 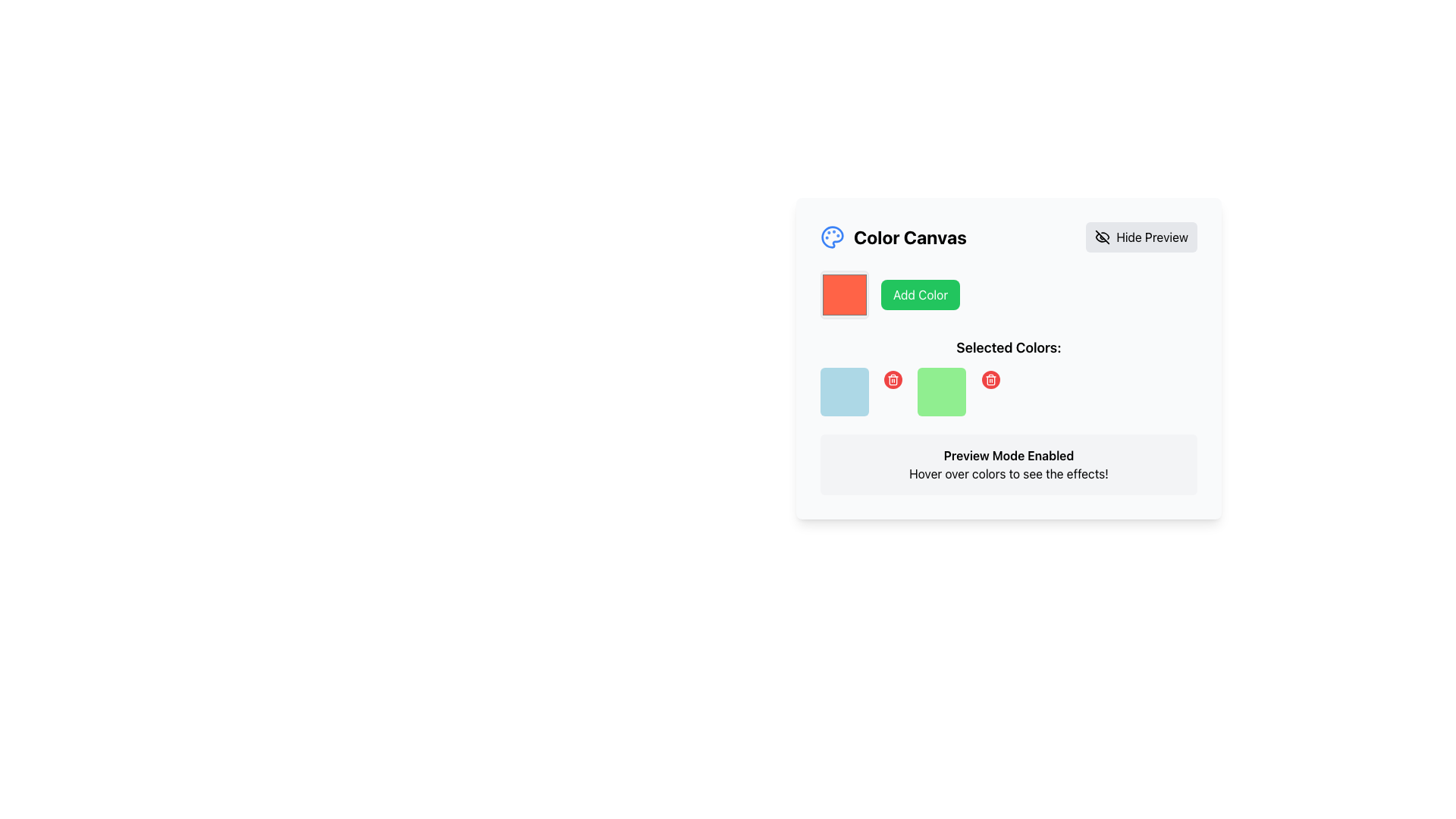 What do you see at coordinates (832, 237) in the screenshot?
I see `the blue circular palette icon with paint spots located near the top-left of the 'Color Canvas' panel` at bounding box center [832, 237].